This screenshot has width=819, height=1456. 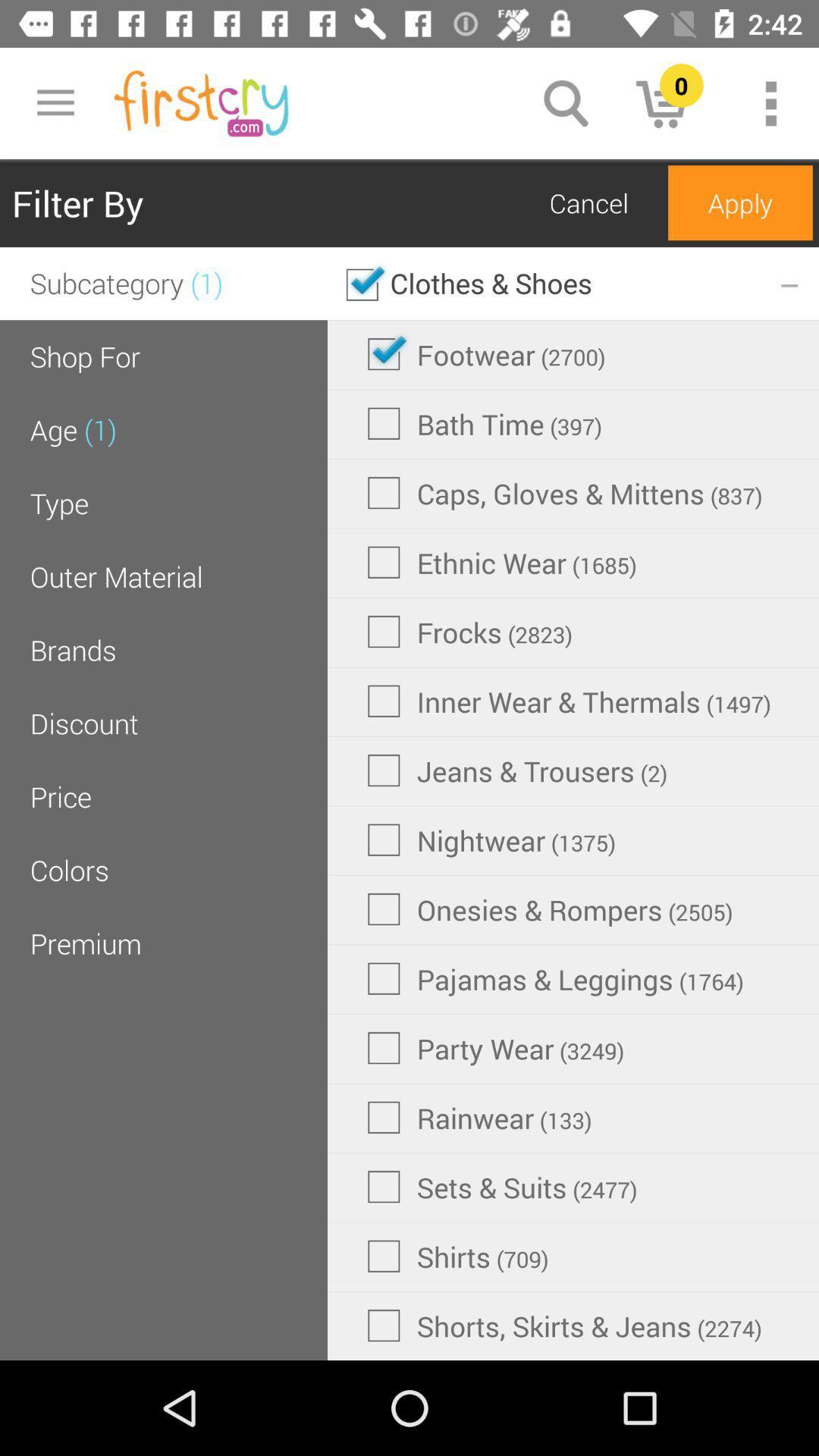 I want to click on item next to discount icon, so click(x=516, y=770).